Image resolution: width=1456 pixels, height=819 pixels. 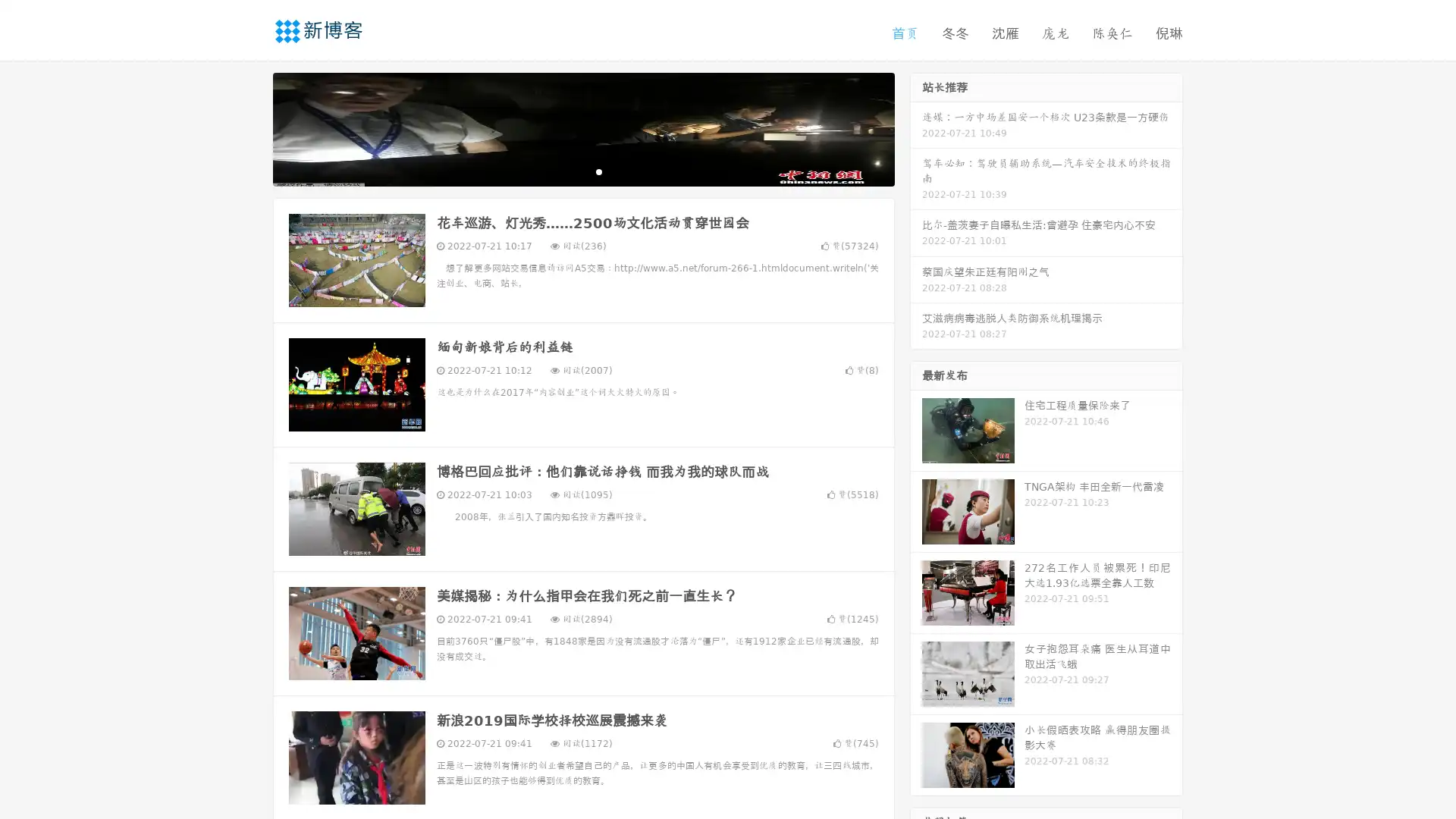 What do you see at coordinates (598, 171) in the screenshot?
I see `Go to slide 3` at bounding box center [598, 171].